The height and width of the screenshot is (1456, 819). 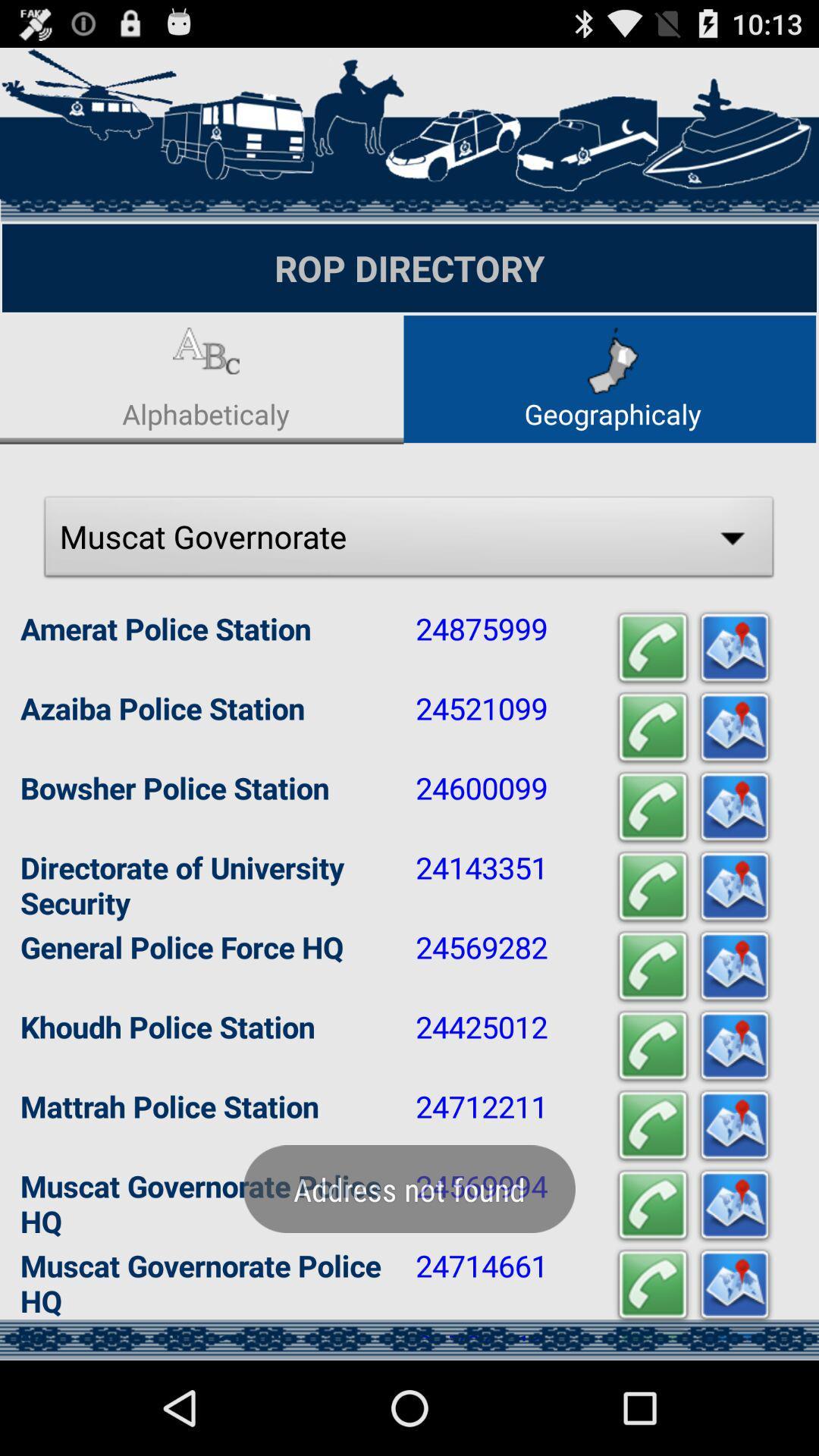 What do you see at coordinates (651, 1204) in the screenshot?
I see `the call icon` at bounding box center [651, 1204].